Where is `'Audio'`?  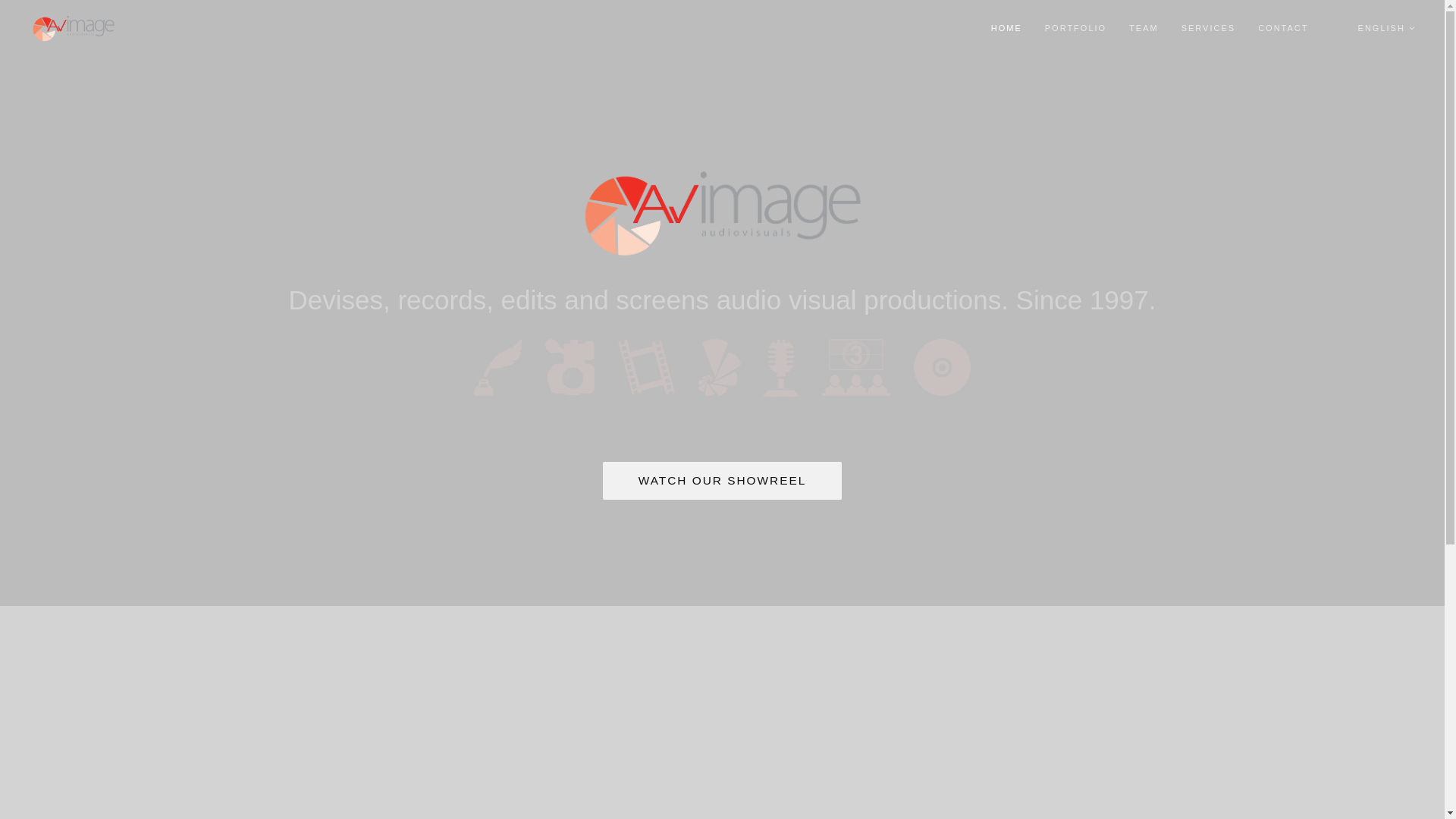
'Audio' is located at coordinates (781, 367).